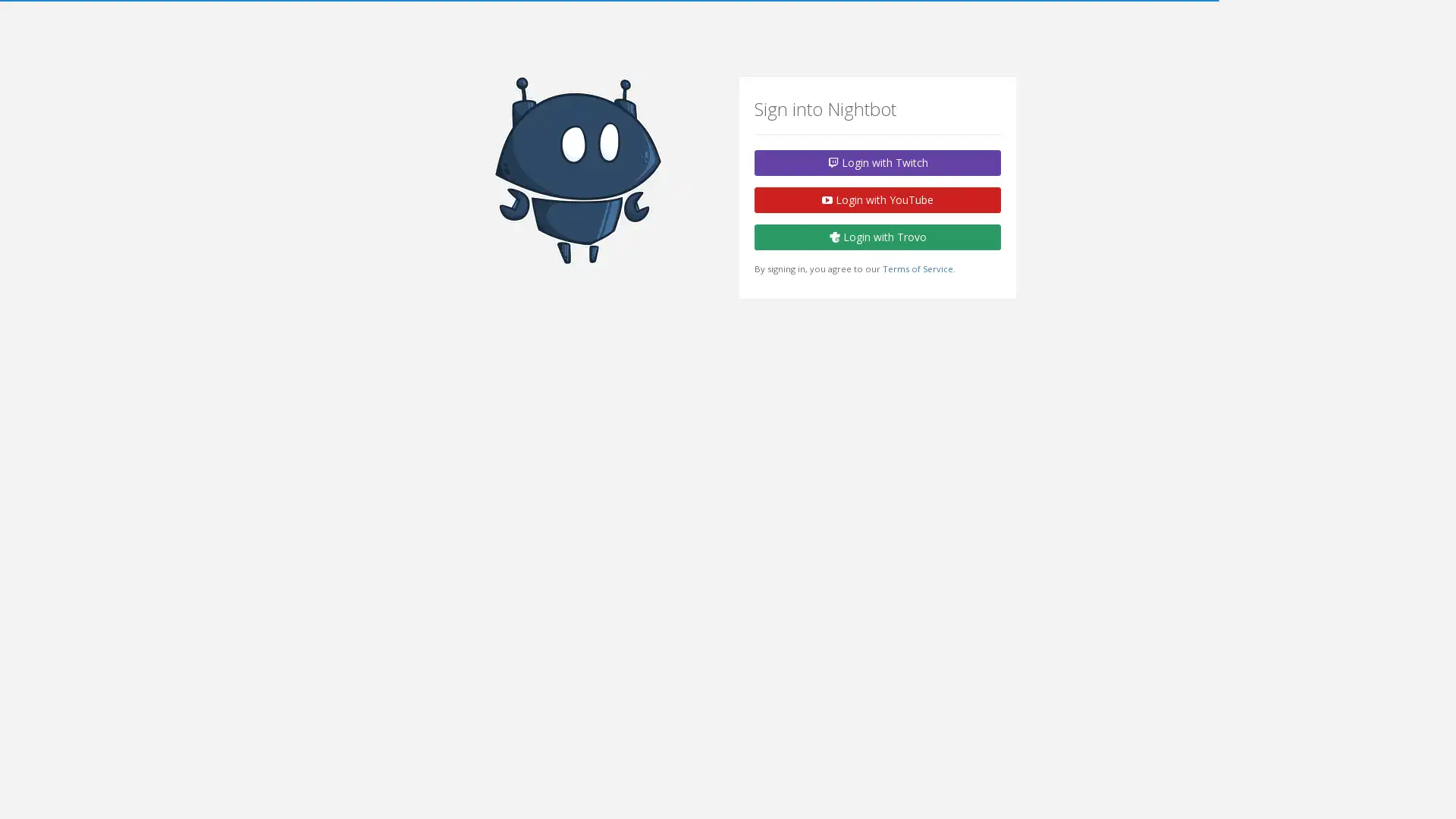  Describe the element at coordinates (877, 163) in the screenshot. I see `Login with Twitch` at that location.